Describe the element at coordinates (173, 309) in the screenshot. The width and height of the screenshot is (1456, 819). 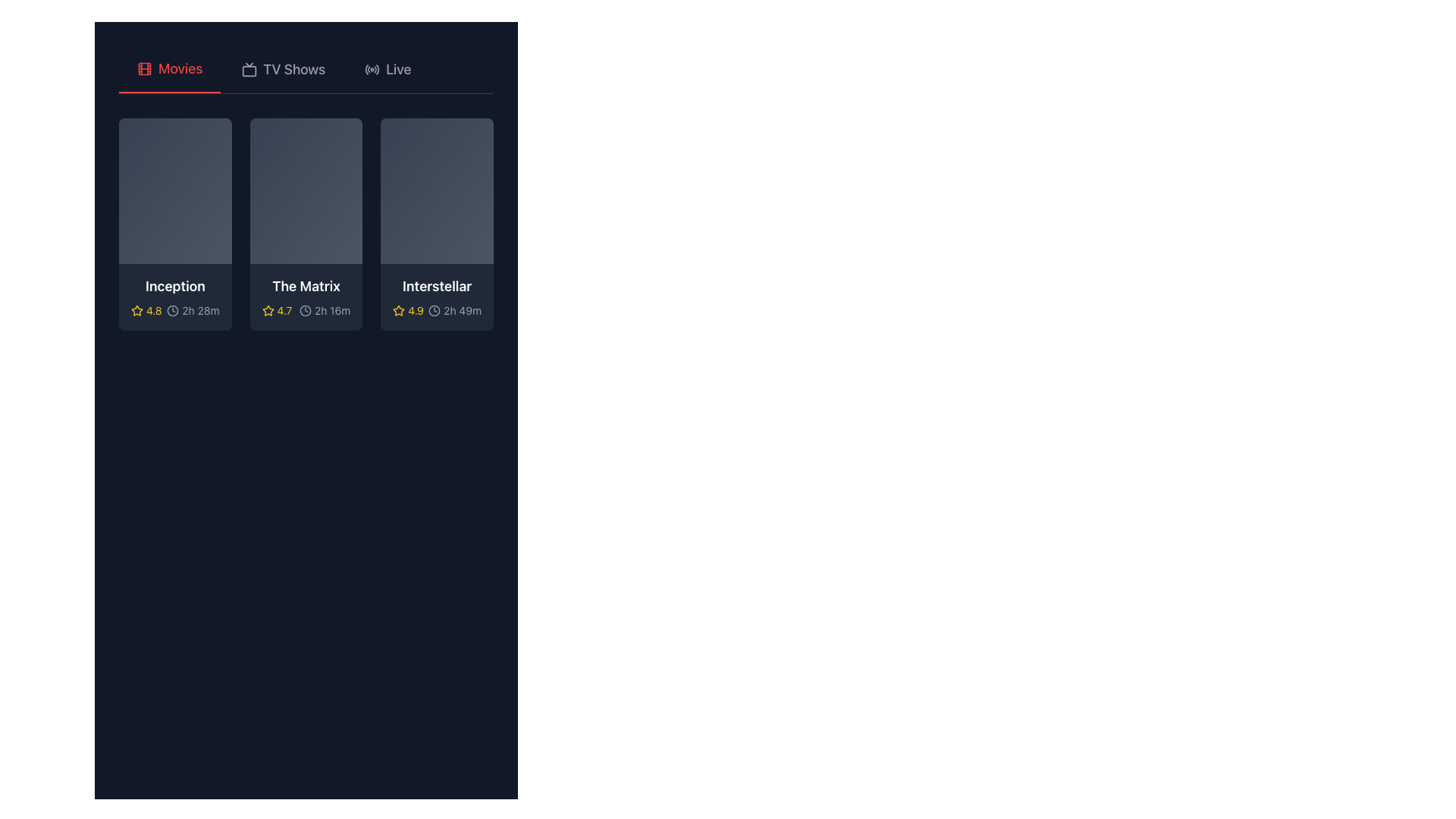
I see `the clock icon, which is a gray SVG graphic with two hands indicating hours and minutes, located to the left of the runtime text '2h 28m' within the 'Inception' movie card` at that location.